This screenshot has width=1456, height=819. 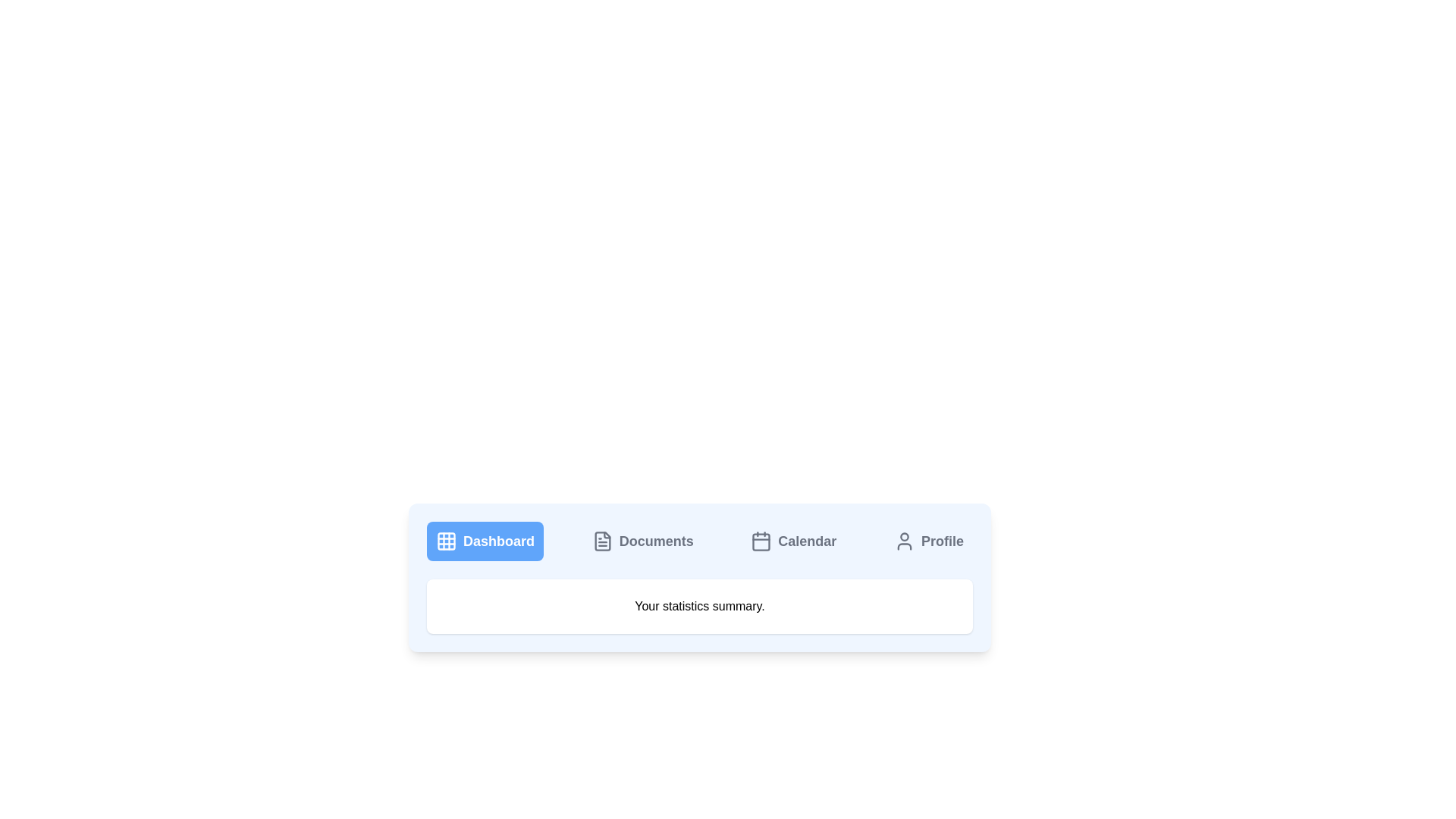 What do you see at coordinates (446, 540) in the screenshot?
I see `the grid item located in the top-left corner of the grid with rounded corners and a light background` at bounding box center [446, 540].